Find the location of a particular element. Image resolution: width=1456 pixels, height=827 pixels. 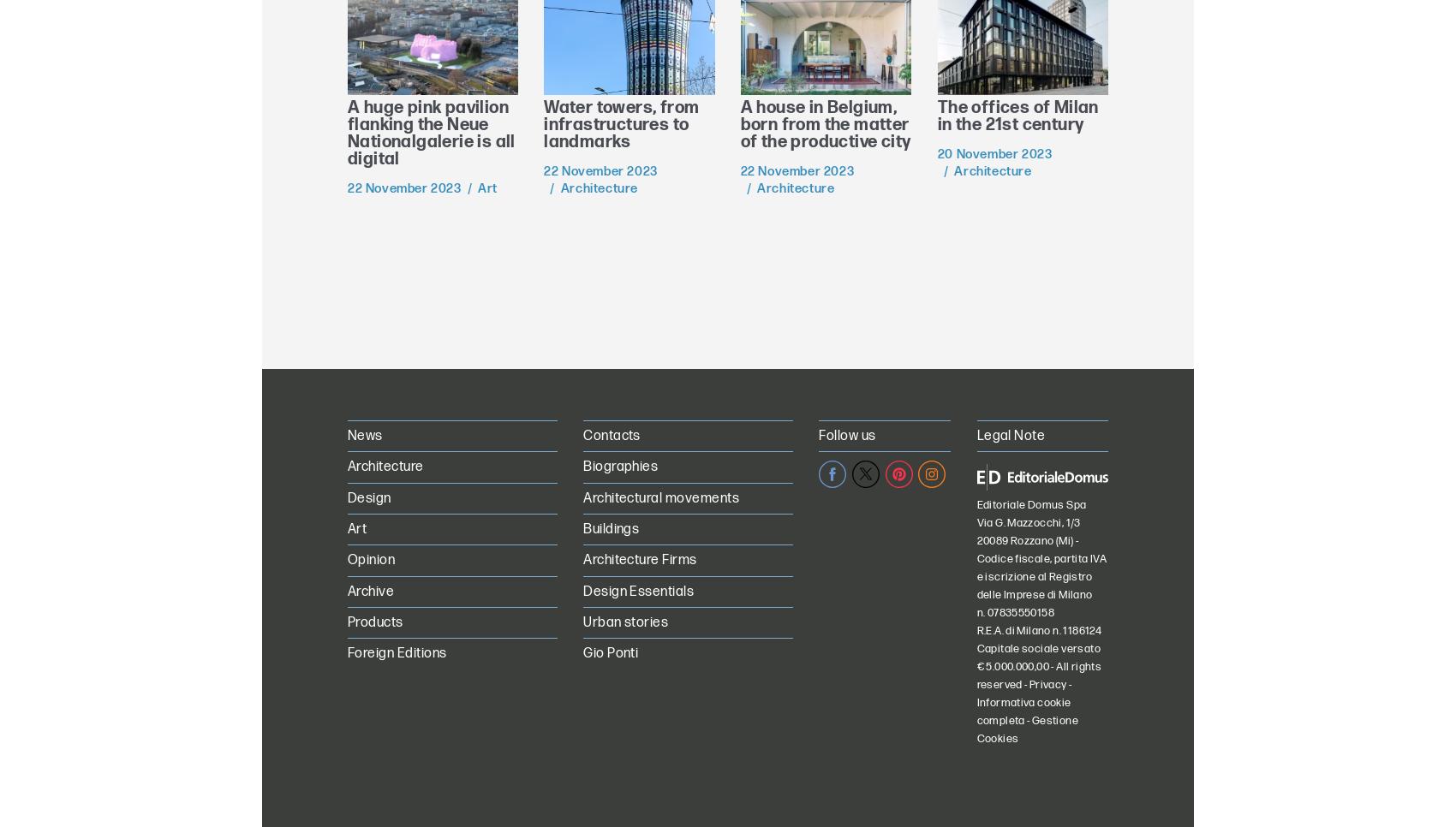

'Urban stories' is located at coordinates (625, 622).